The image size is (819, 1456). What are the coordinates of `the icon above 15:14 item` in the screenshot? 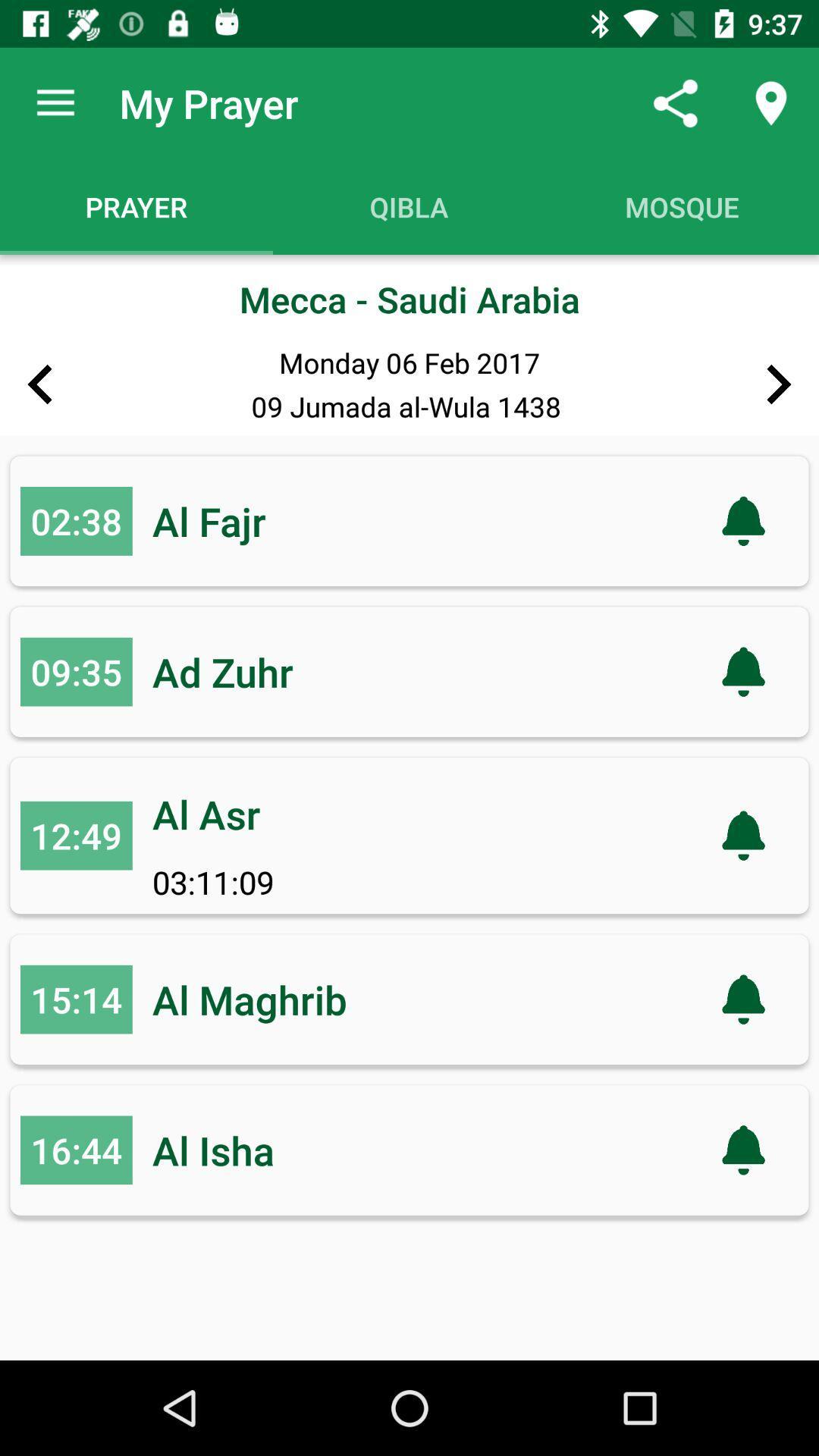 It's located at (76, 835).